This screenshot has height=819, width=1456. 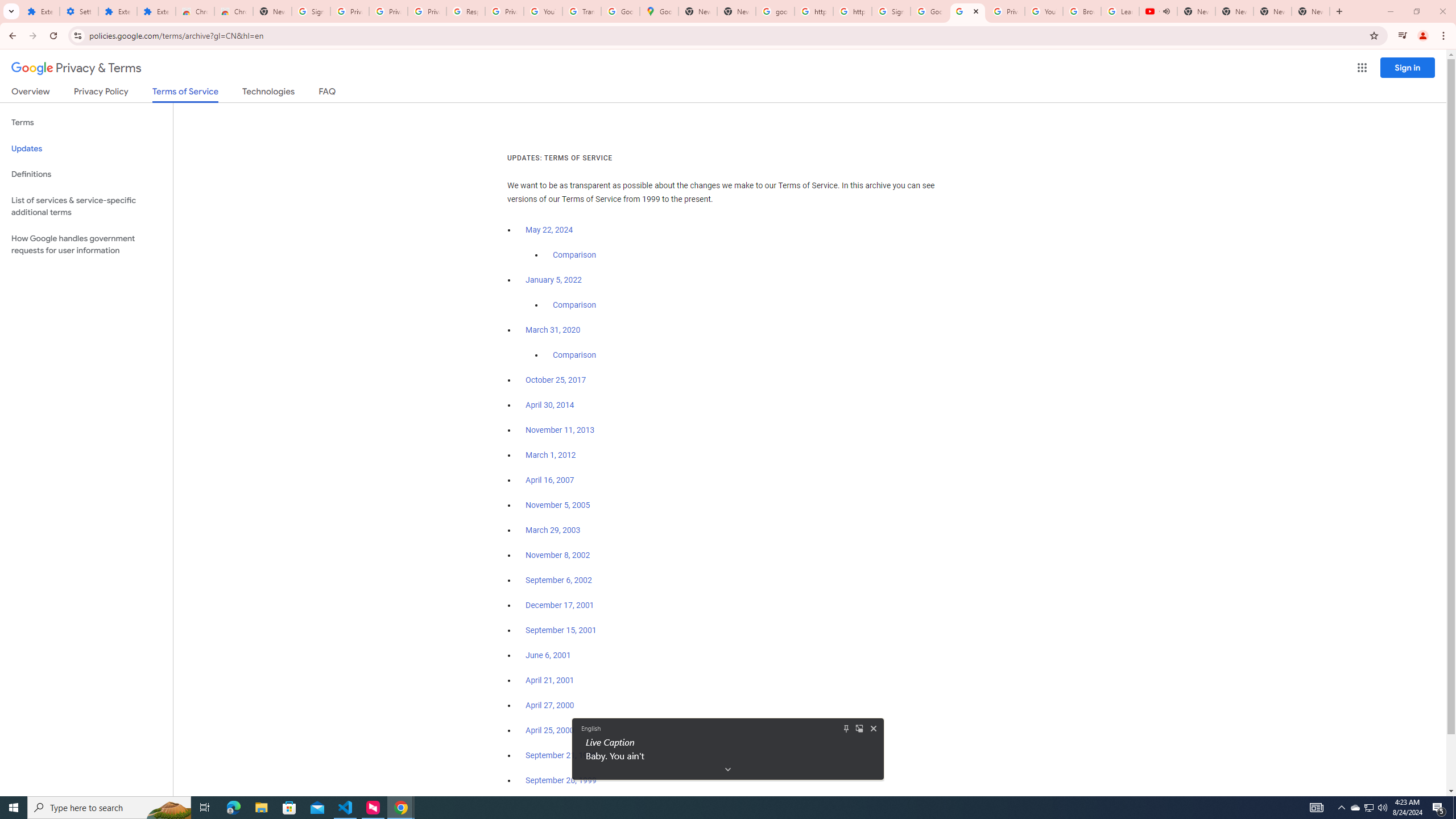 I want to click on 'Type here to search', so click(x=109, y=806).